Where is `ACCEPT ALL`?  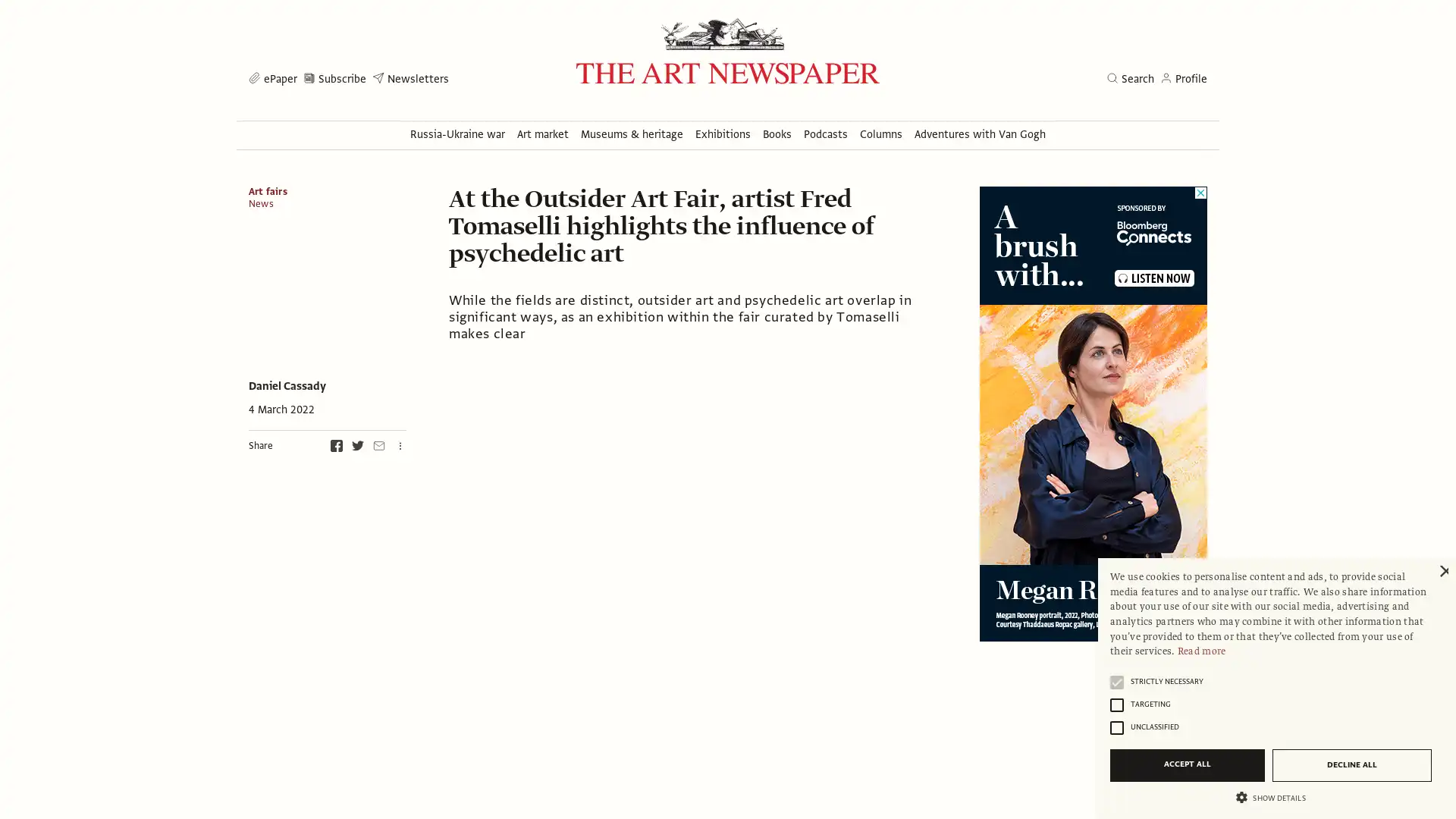
ACCEPT ALL is located at coordinates (1186, 764).